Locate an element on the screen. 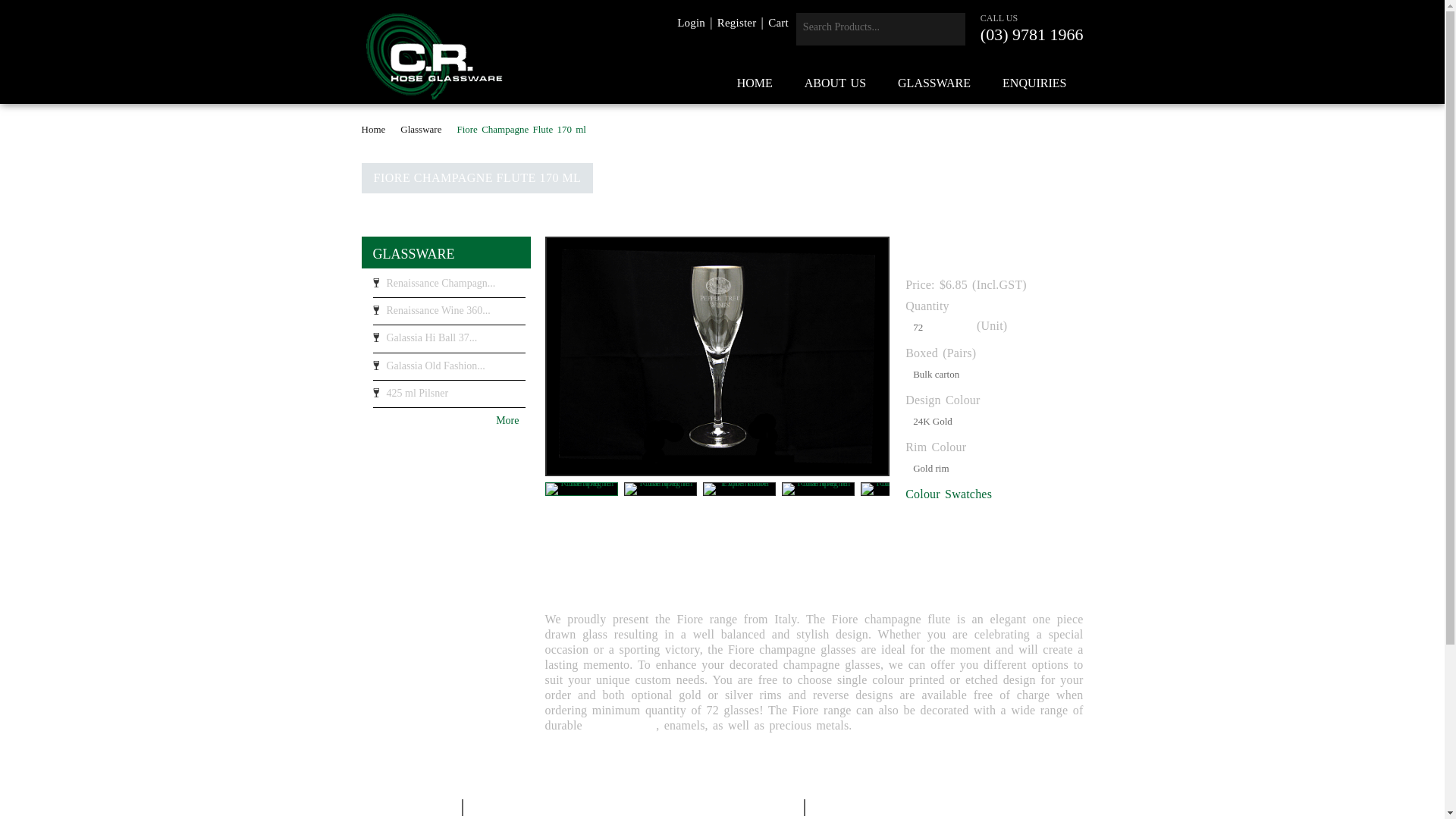  'Glassware' is located at coordinates (400, 128).